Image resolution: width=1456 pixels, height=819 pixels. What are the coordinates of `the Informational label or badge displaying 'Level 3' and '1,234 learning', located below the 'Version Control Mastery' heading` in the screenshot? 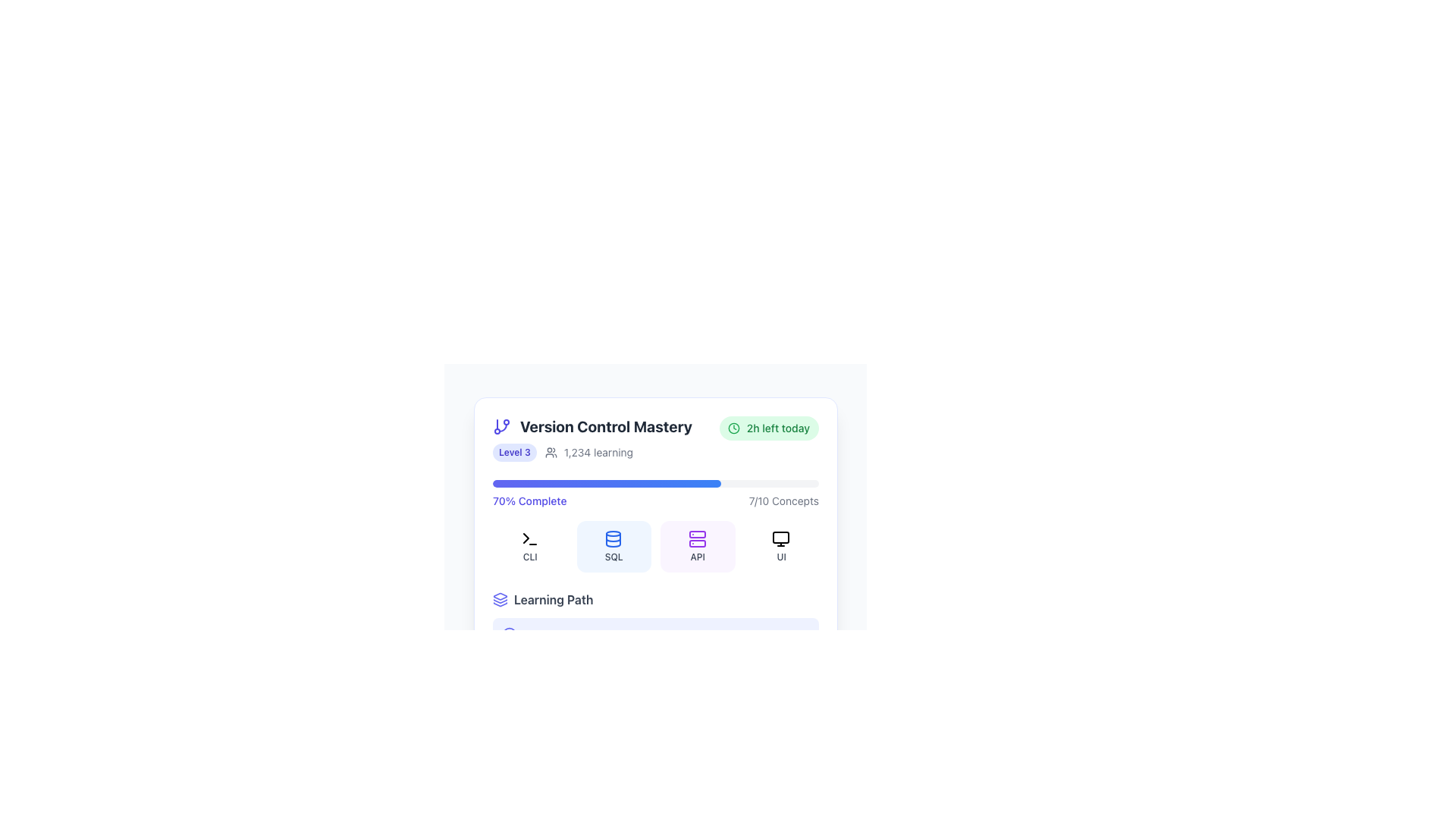 It's located at (591, 452).